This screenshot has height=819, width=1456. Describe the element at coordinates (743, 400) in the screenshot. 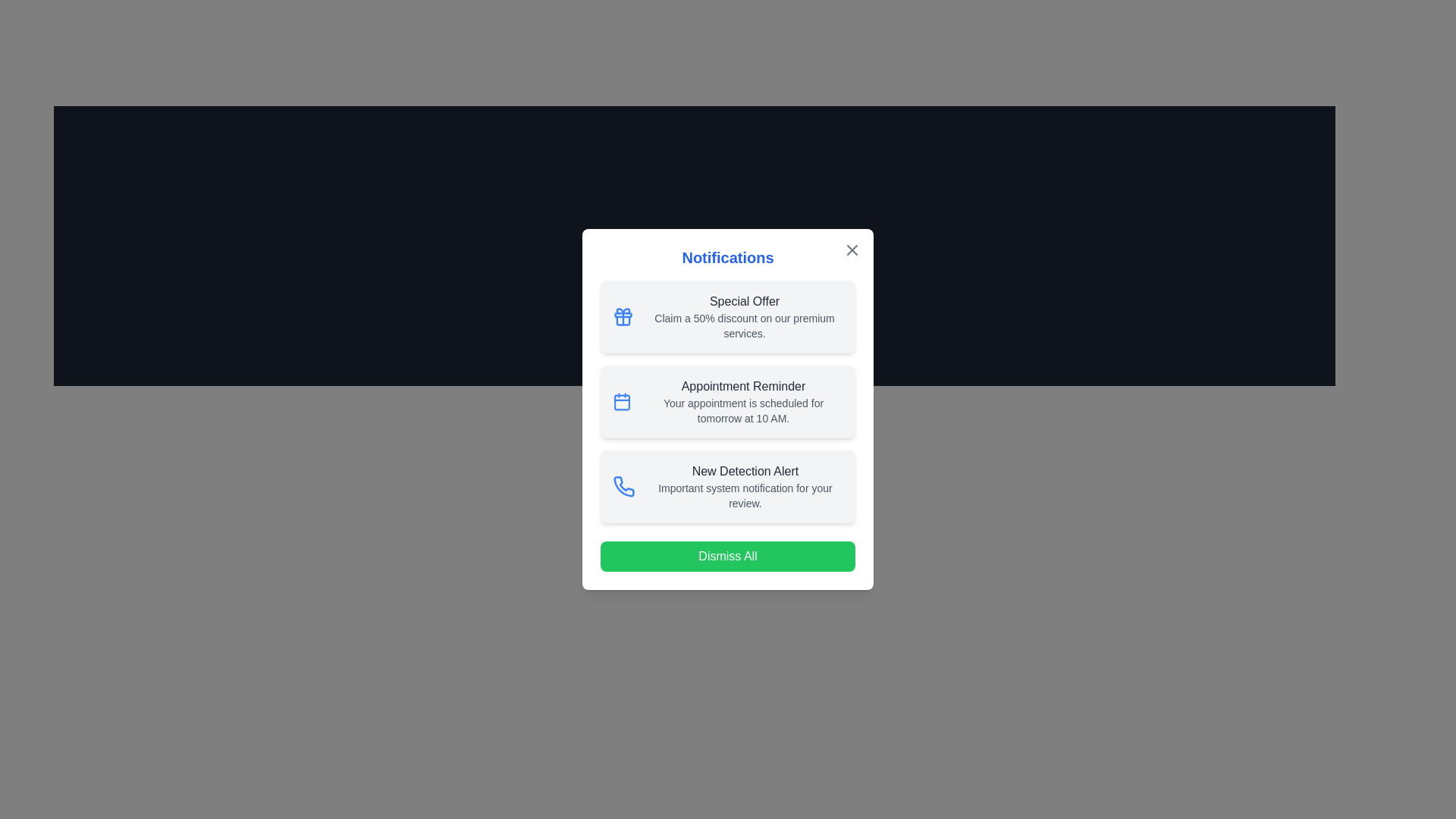

I see `the text block that informs the user of an upcoming appointment, which is the second item in a vertical list of notifications` at that location.